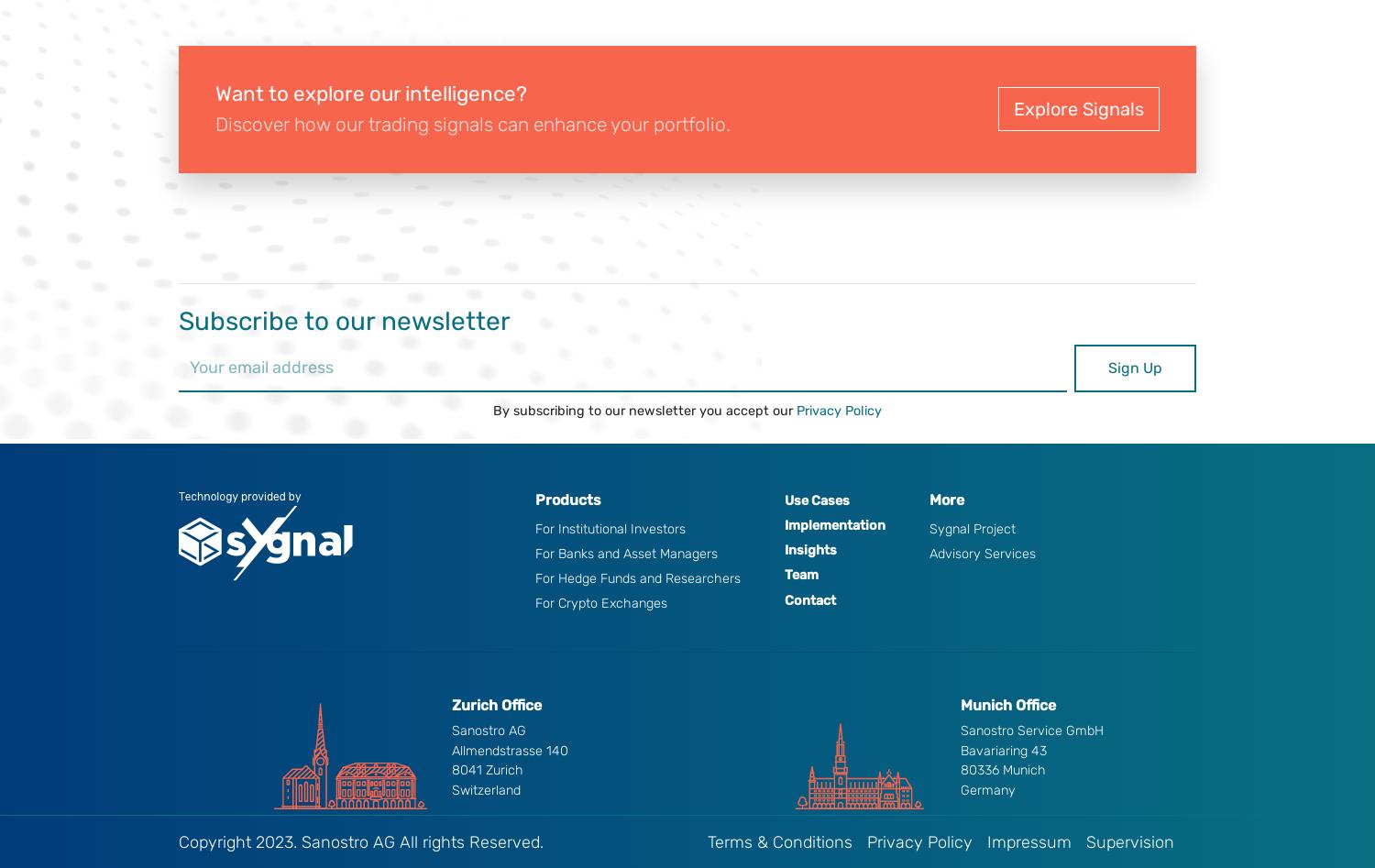  Describe the element at coordinates (987, 788) in the screenshot. I see `'Germany'` at that location.